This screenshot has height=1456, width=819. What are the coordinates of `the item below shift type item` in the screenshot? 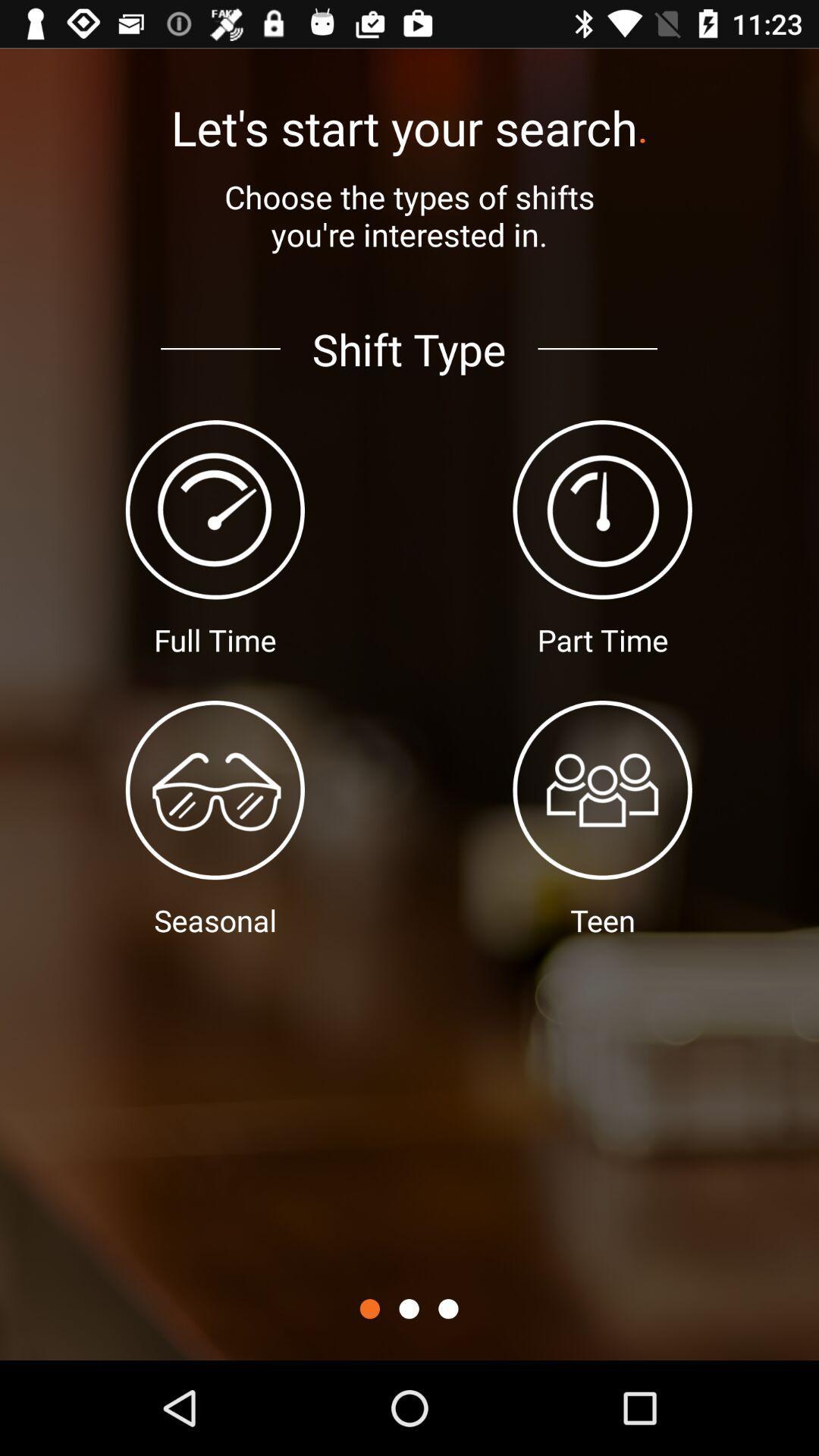 It's located at (408, 1308).